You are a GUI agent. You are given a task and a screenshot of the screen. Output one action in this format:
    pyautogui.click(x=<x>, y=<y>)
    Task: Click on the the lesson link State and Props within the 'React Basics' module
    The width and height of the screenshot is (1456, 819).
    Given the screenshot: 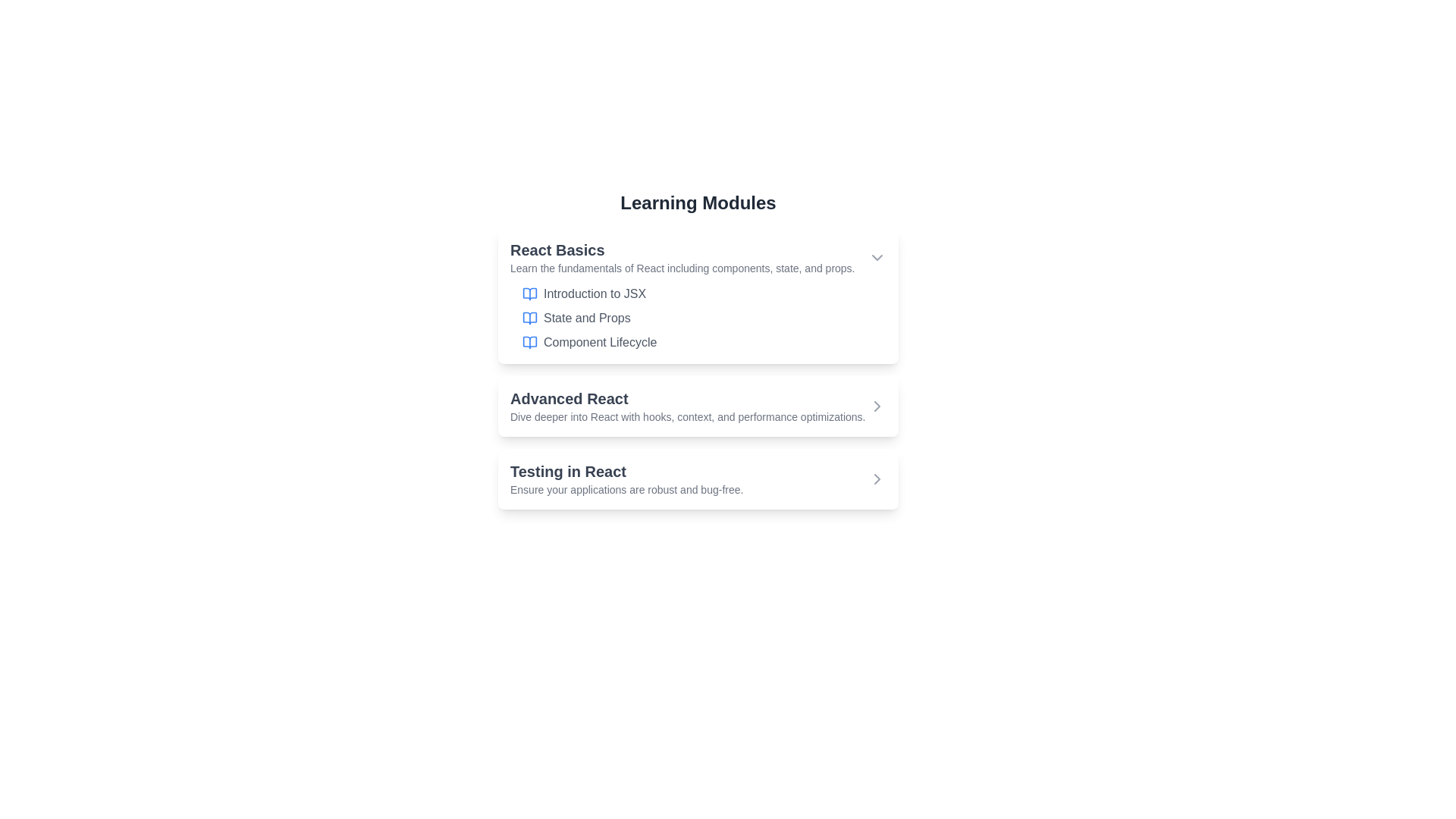 What is the action you would take?
    pyautogui.click(x=586, y=318)
    